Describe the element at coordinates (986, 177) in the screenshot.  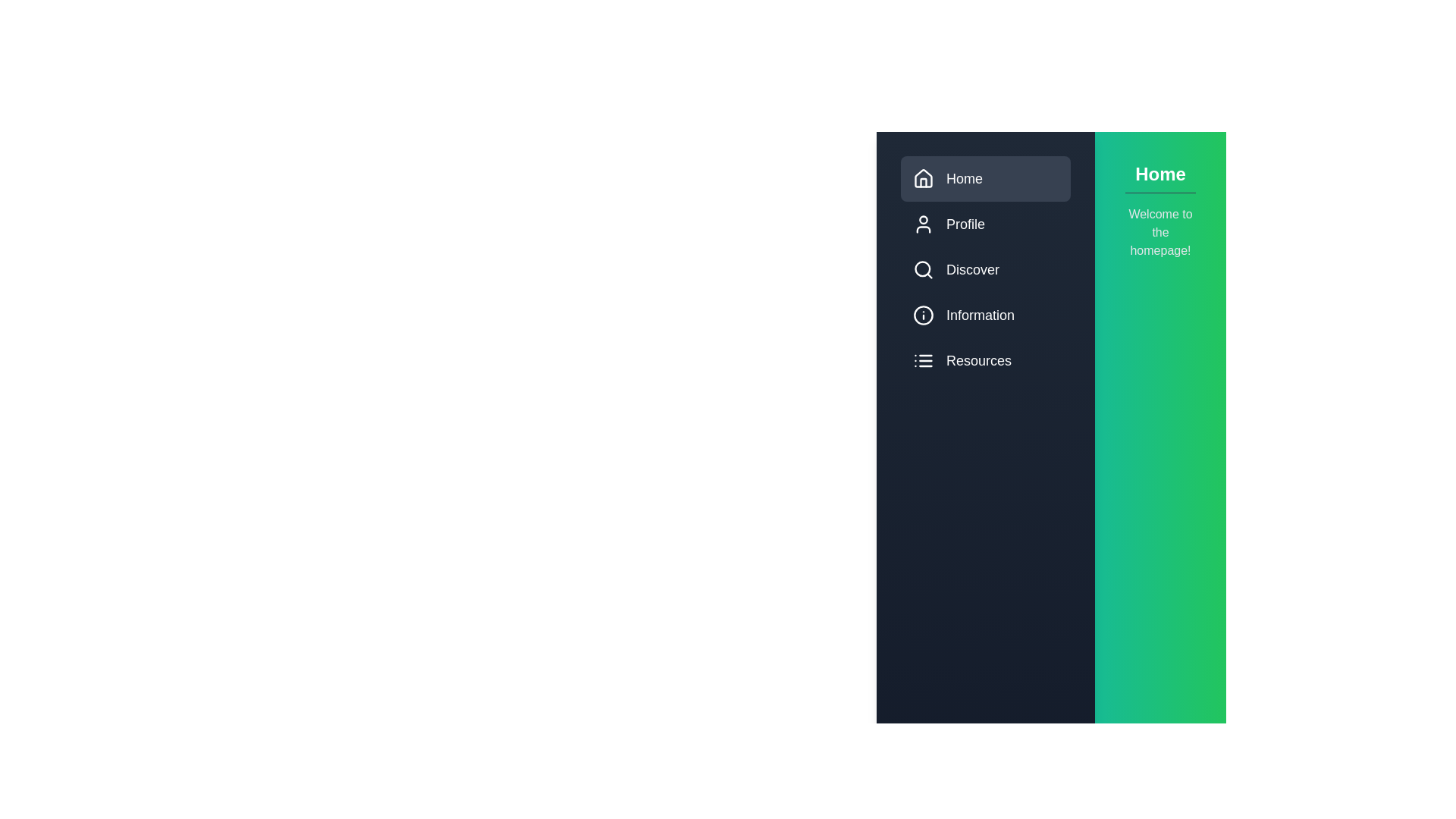
I see `the menu item Home to preview its interaction` at that location.